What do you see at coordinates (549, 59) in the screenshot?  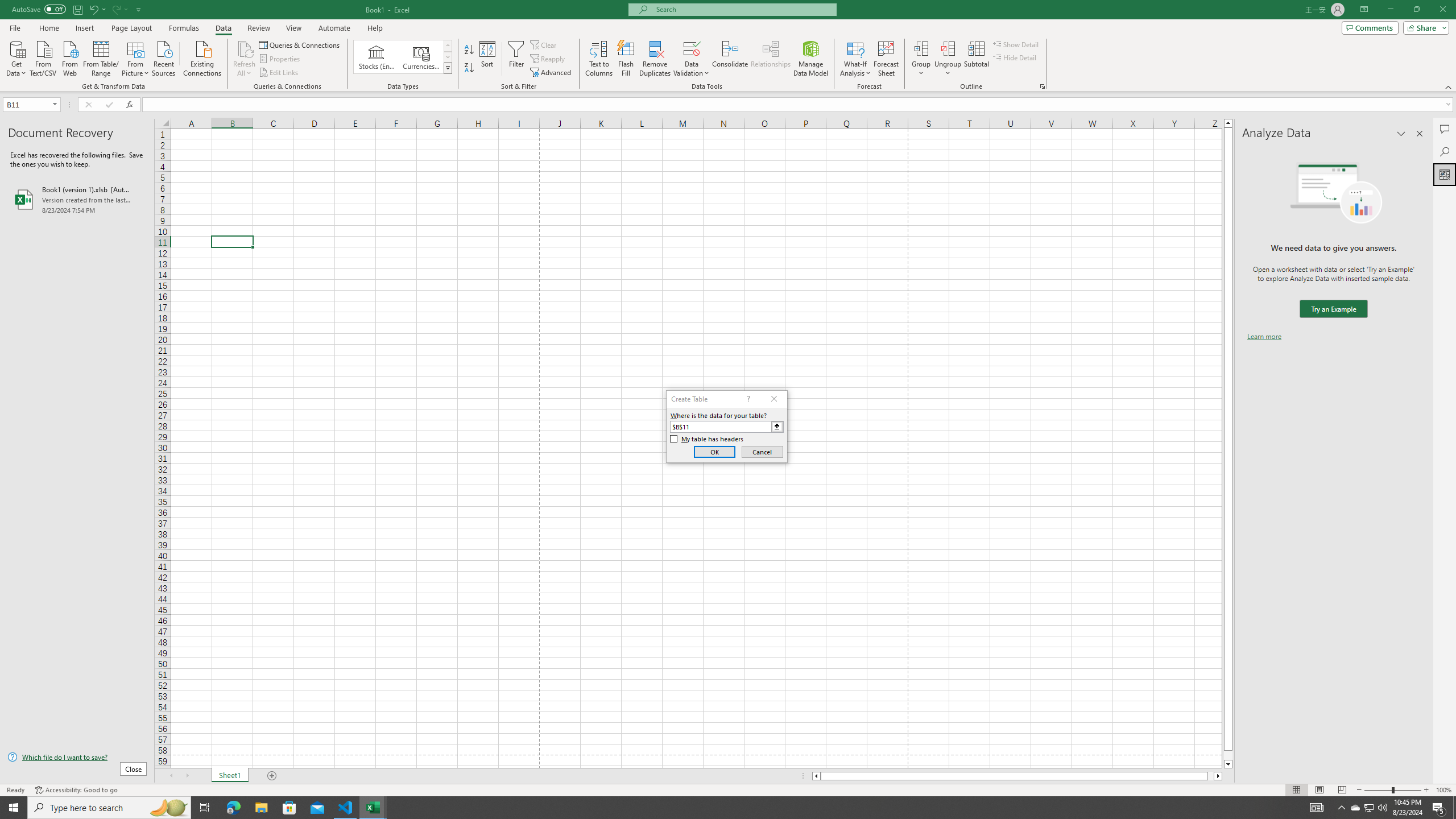 I see `'Reapply'` at bounding box center [549, 59].